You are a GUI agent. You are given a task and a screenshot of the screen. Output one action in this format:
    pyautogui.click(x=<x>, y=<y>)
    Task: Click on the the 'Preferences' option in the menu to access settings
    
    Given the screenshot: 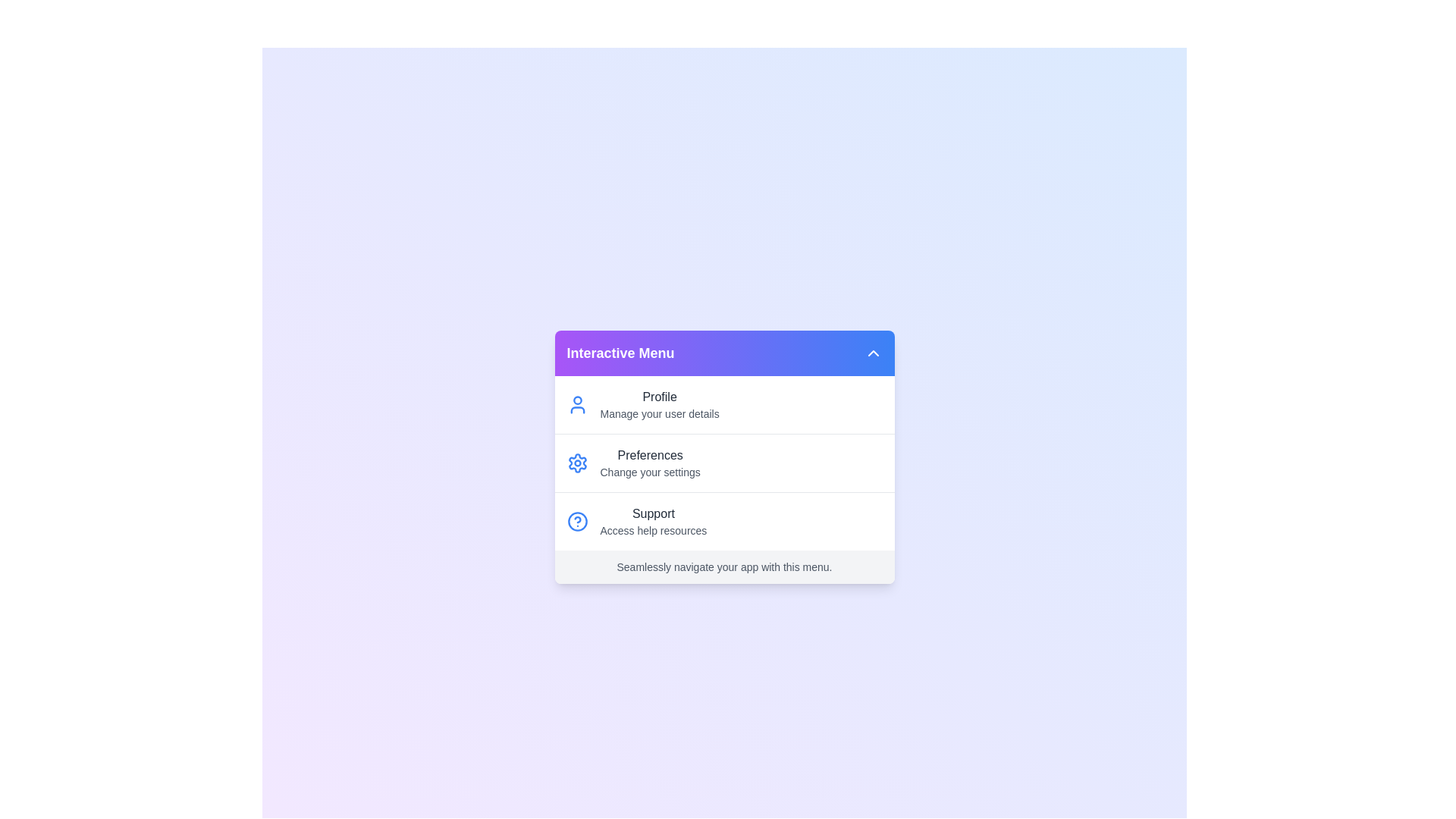 What is the action you would take?
    pyautogui.click(x=576, y=462)
    